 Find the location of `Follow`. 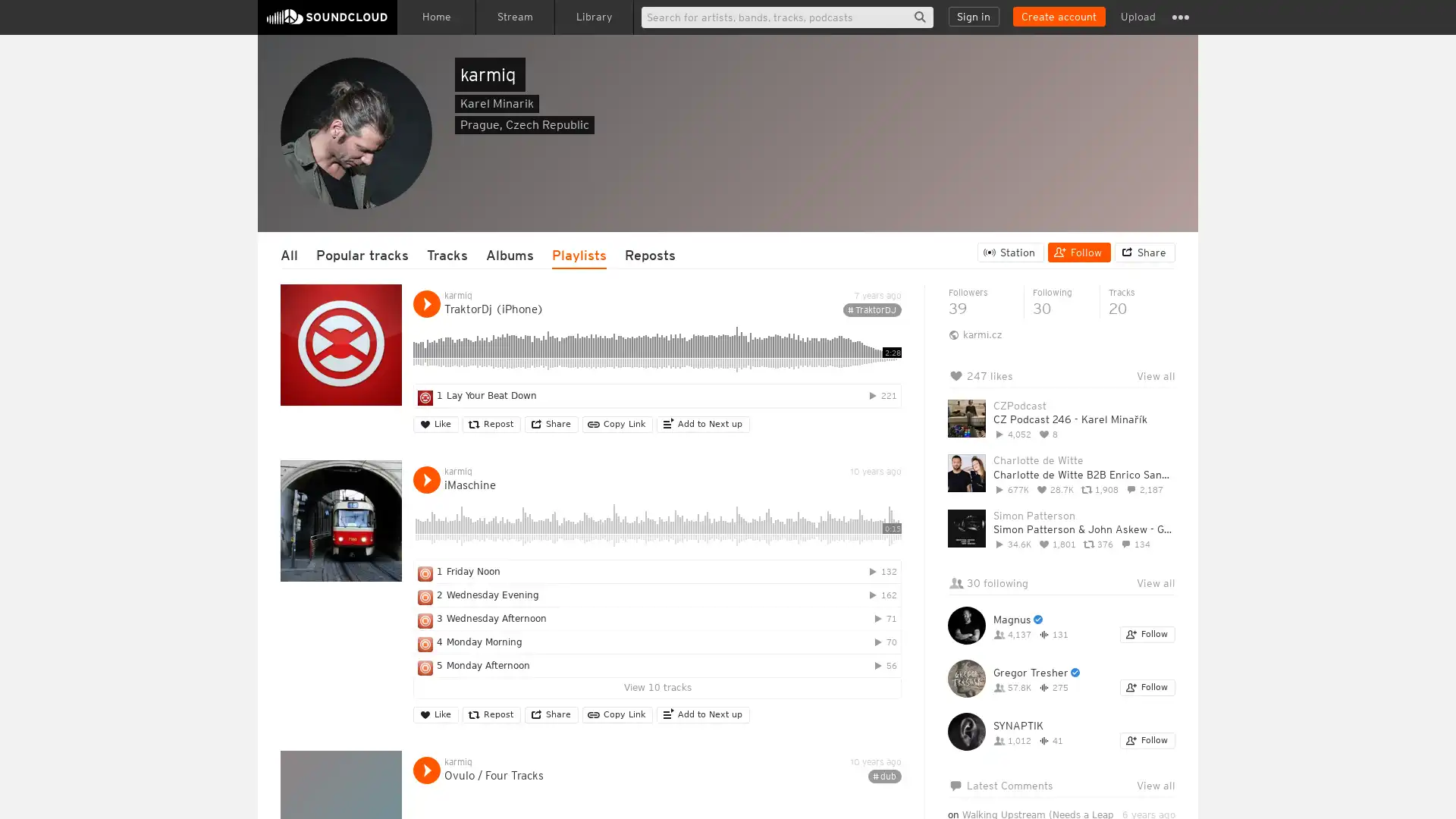

Follow is located at coordinates (1078, 251).